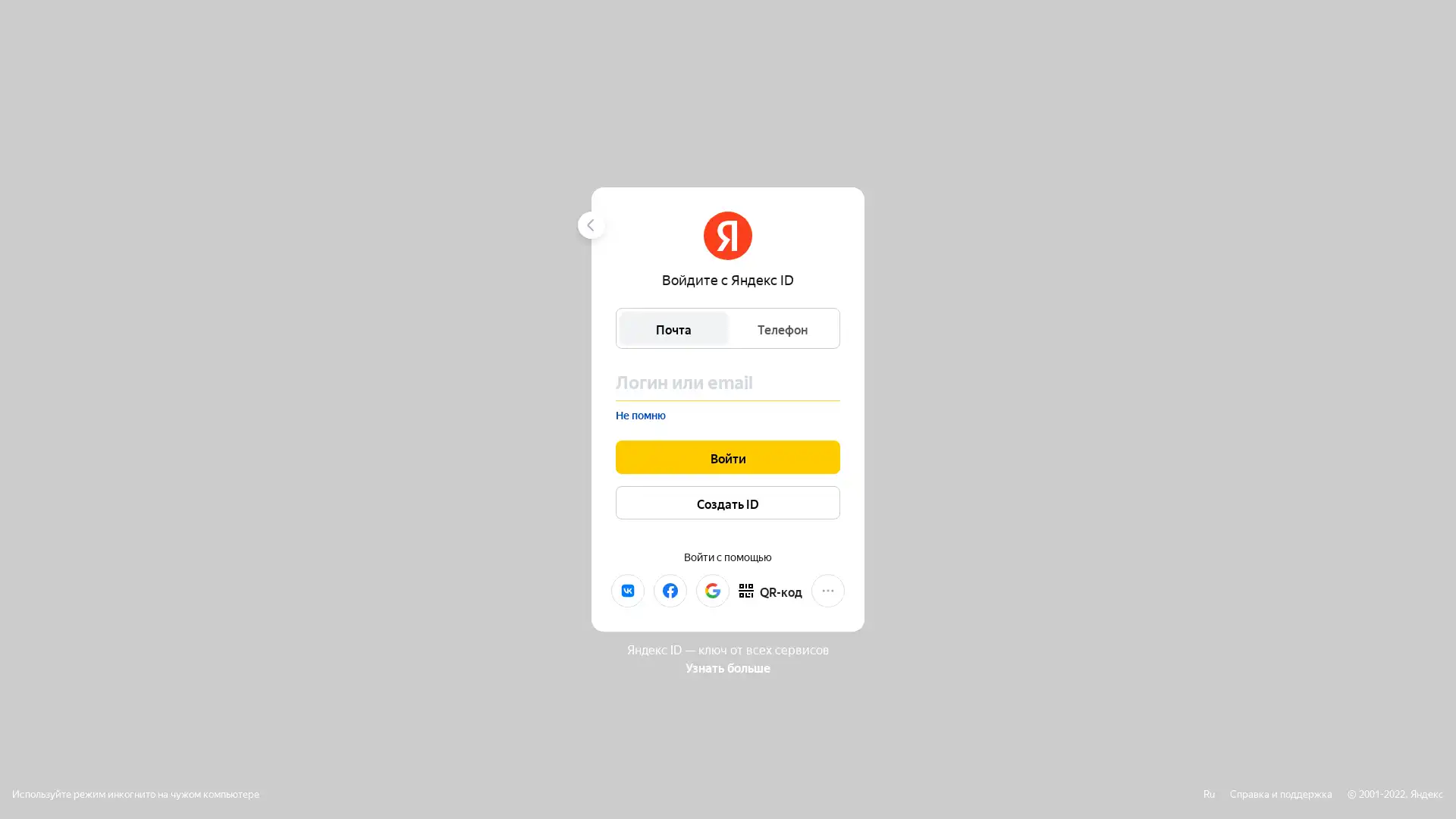 This screenshot has width=1456, height=819. What do you see at coordinates (712, 589) in the screenshot?
I see `Google` at bounding box center [712, 589].